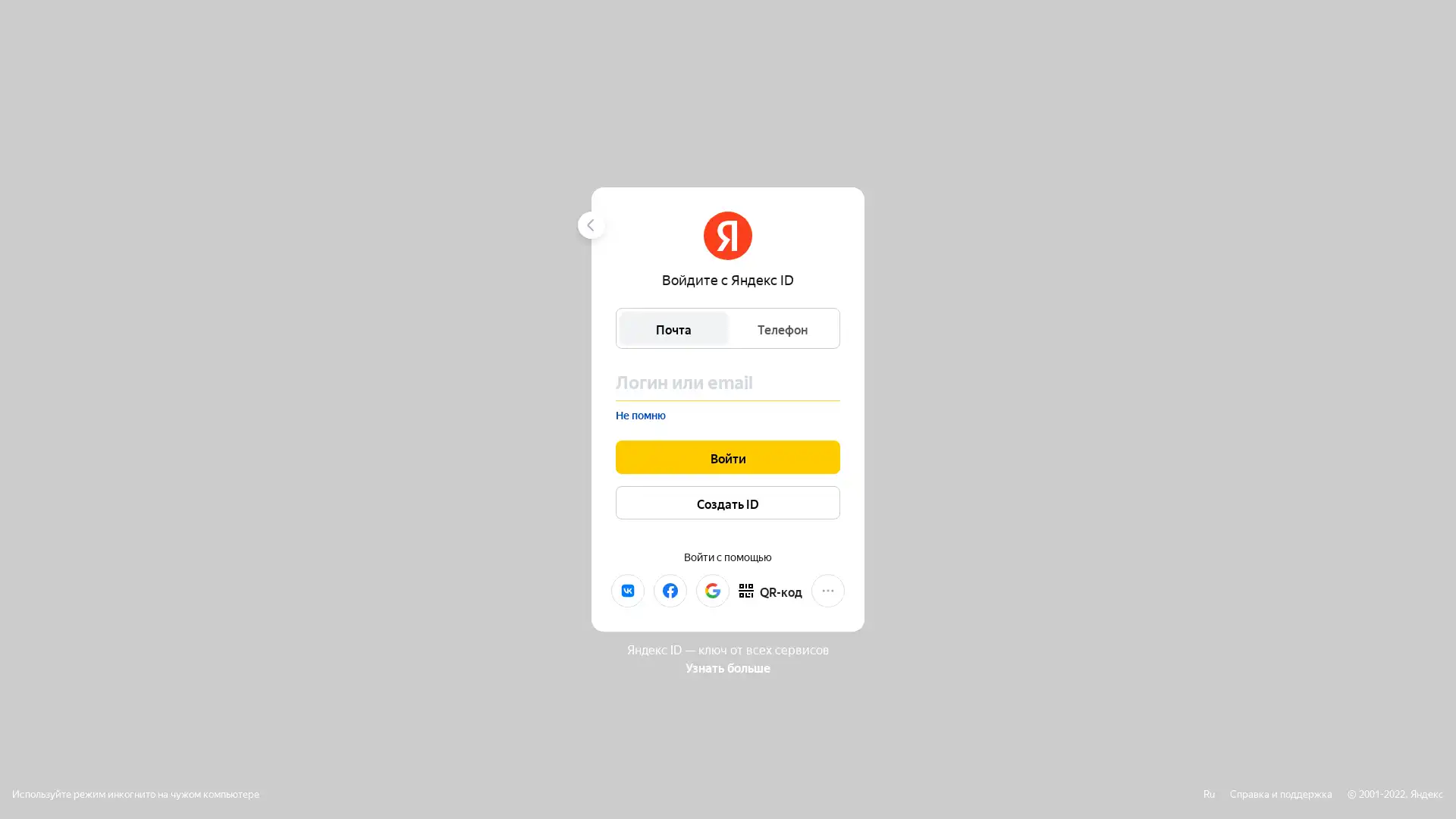 This screenshot has width=1456, height=819. What do you see at coordinates (712, 589) in the screenshot?
I see `Google` at bounding box center [712, 589].